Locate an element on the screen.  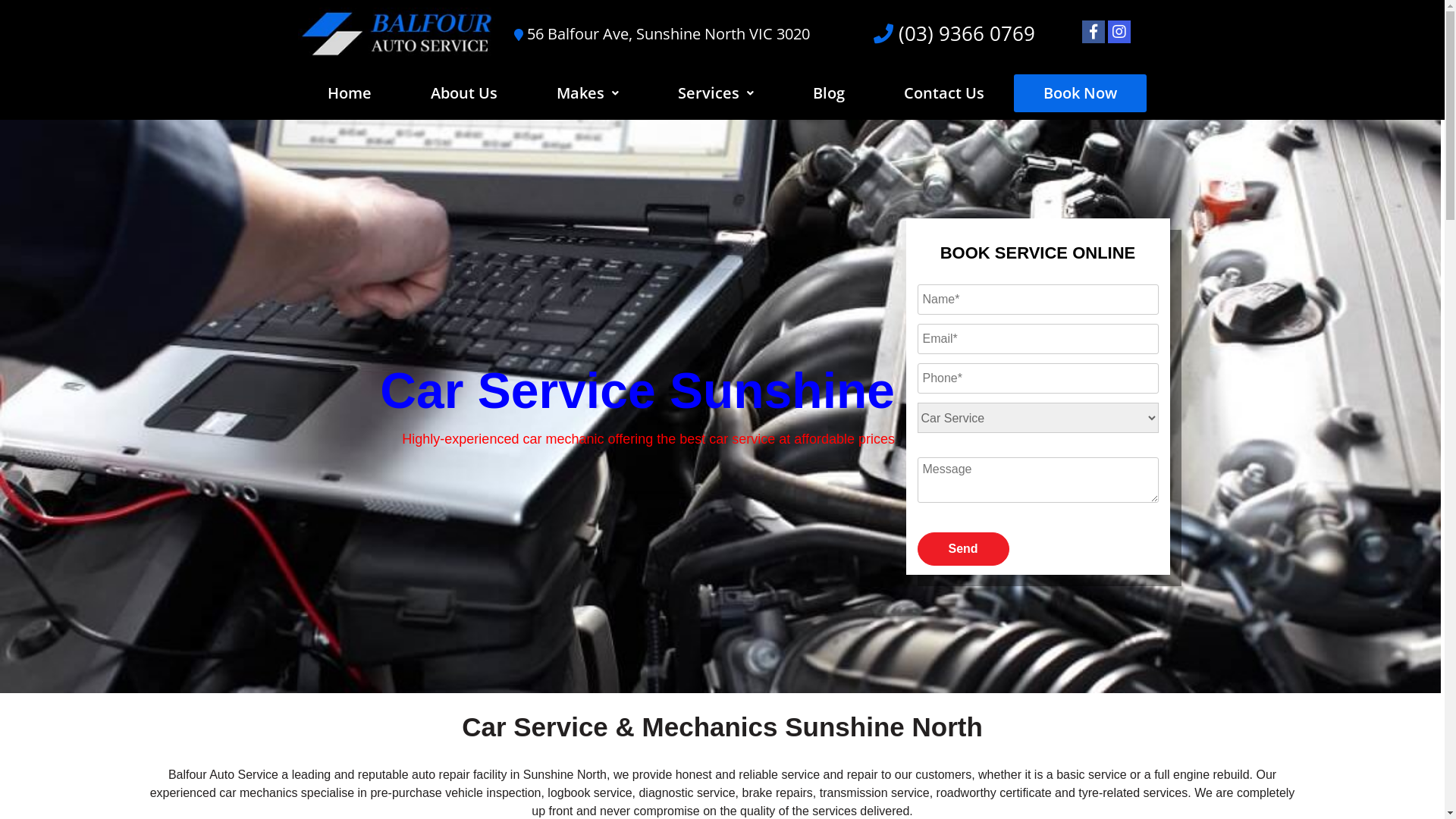
'Blog' is located at coordinates (828, 93).